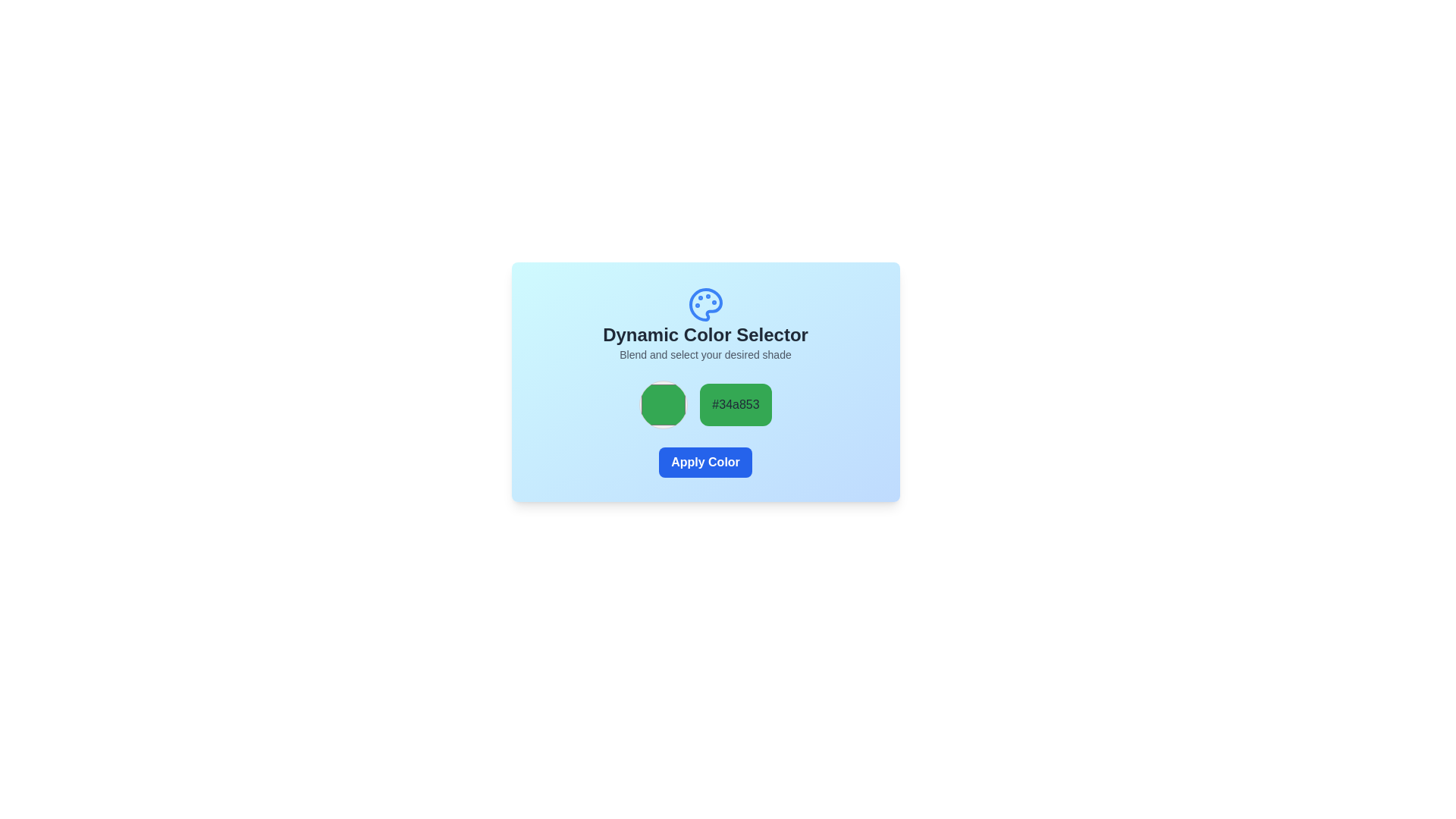 The width and height of the screenshot is (1456, 819). I want to click on the static header text label that signifies the purpose of the color selection tool, located below the palette icon in the header section of the UI, so click(704, 334).